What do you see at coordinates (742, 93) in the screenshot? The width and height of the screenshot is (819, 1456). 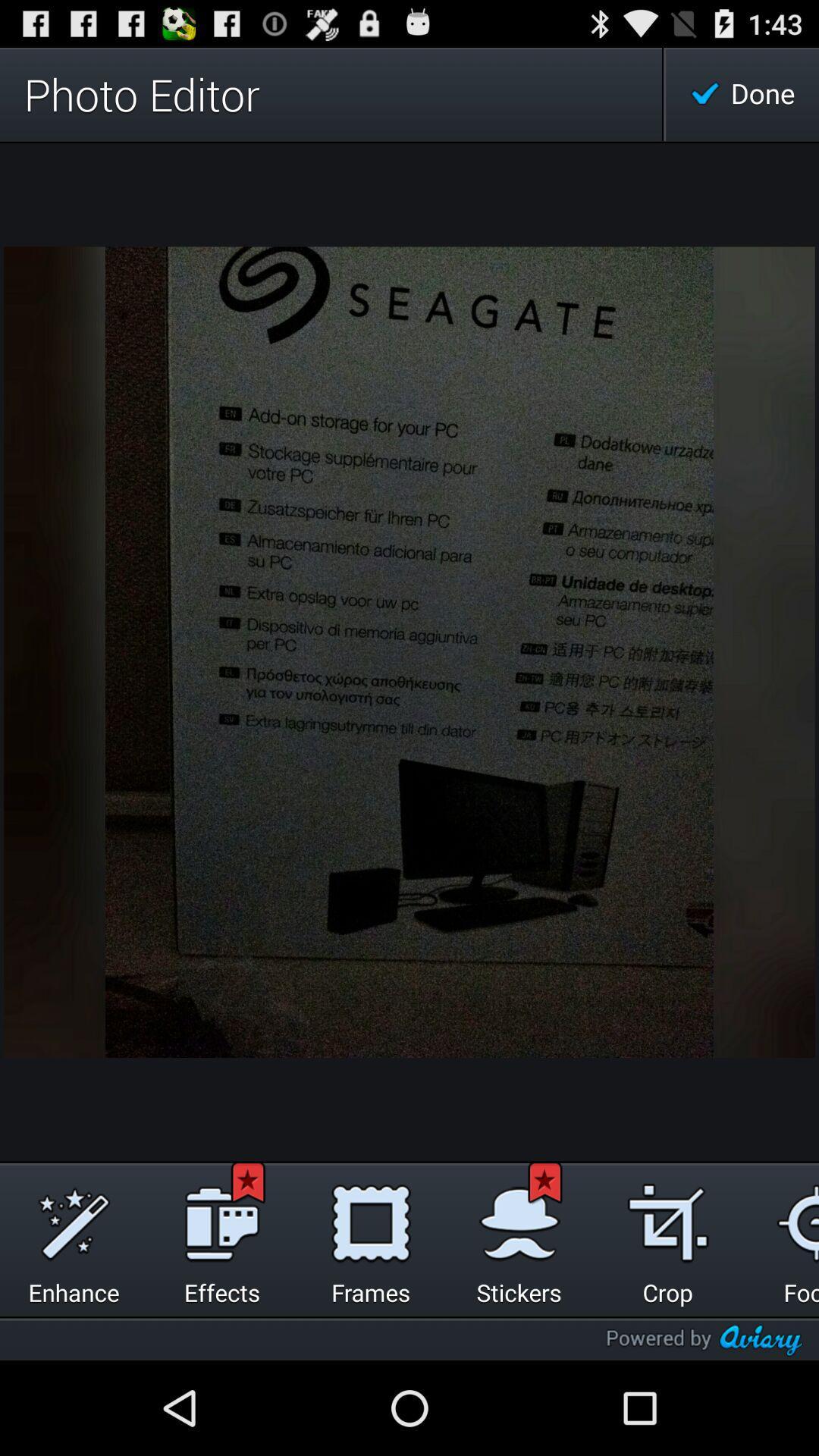 I see `the done` at bounding box center [742, 93].